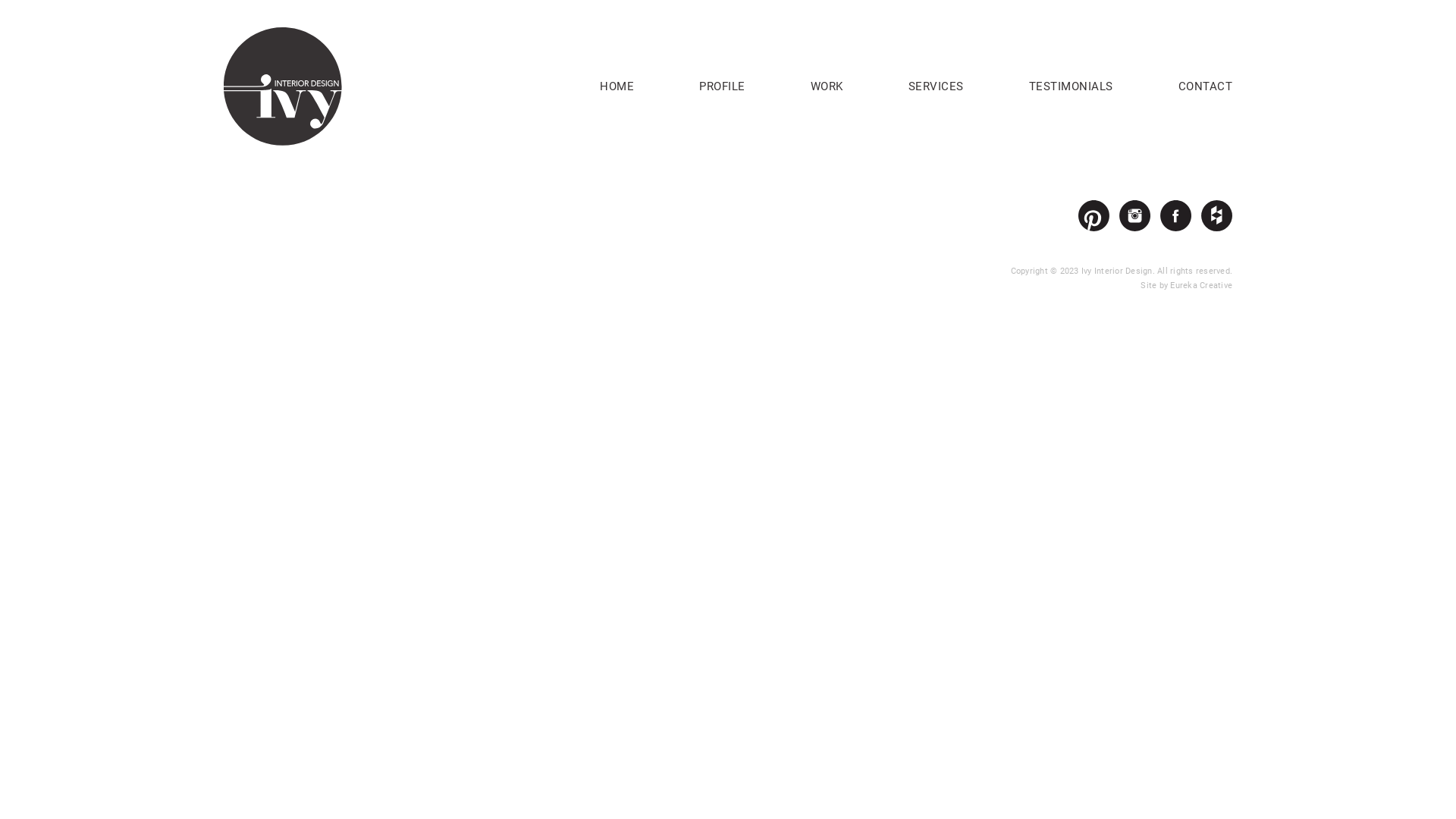 The width and height of the screenshot is (1456, 819). Describe the element at coordinates (283, 85) in the screenshot. I see `'Ivy Interior Design'` at that location.